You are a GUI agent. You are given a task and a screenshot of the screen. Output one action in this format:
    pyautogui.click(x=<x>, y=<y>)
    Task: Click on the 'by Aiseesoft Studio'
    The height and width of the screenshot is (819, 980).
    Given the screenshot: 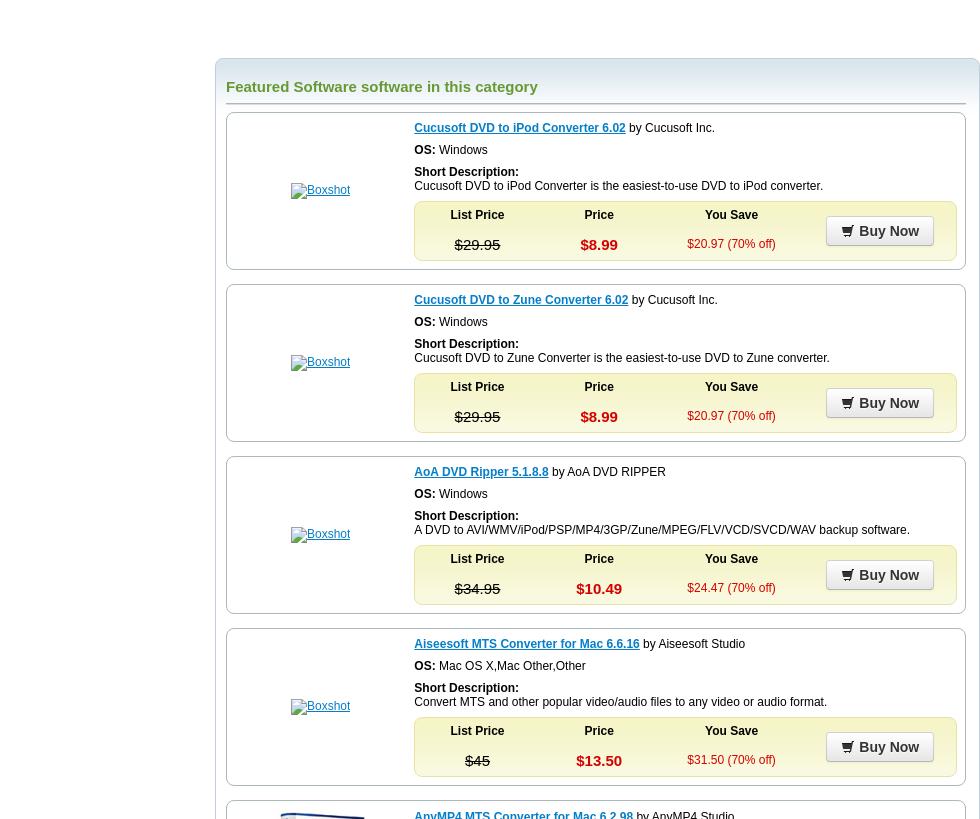 What is the action you would take?
    pyautogui.click(x=691, y=642)
    